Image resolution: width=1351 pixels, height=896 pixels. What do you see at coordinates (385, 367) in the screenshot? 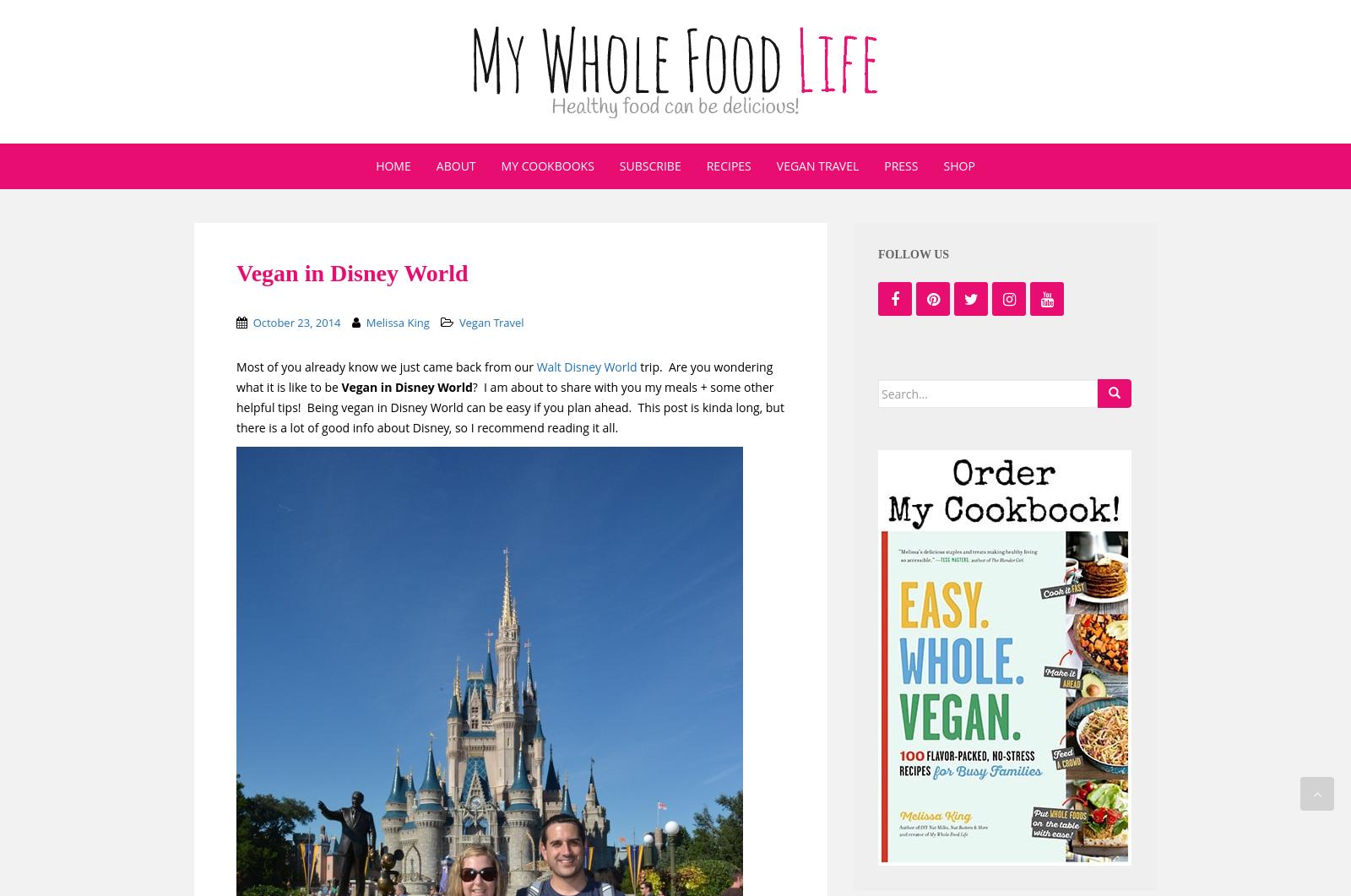
I see `'Most of you already know we just came back from our'` at bounding box center [385, 367].